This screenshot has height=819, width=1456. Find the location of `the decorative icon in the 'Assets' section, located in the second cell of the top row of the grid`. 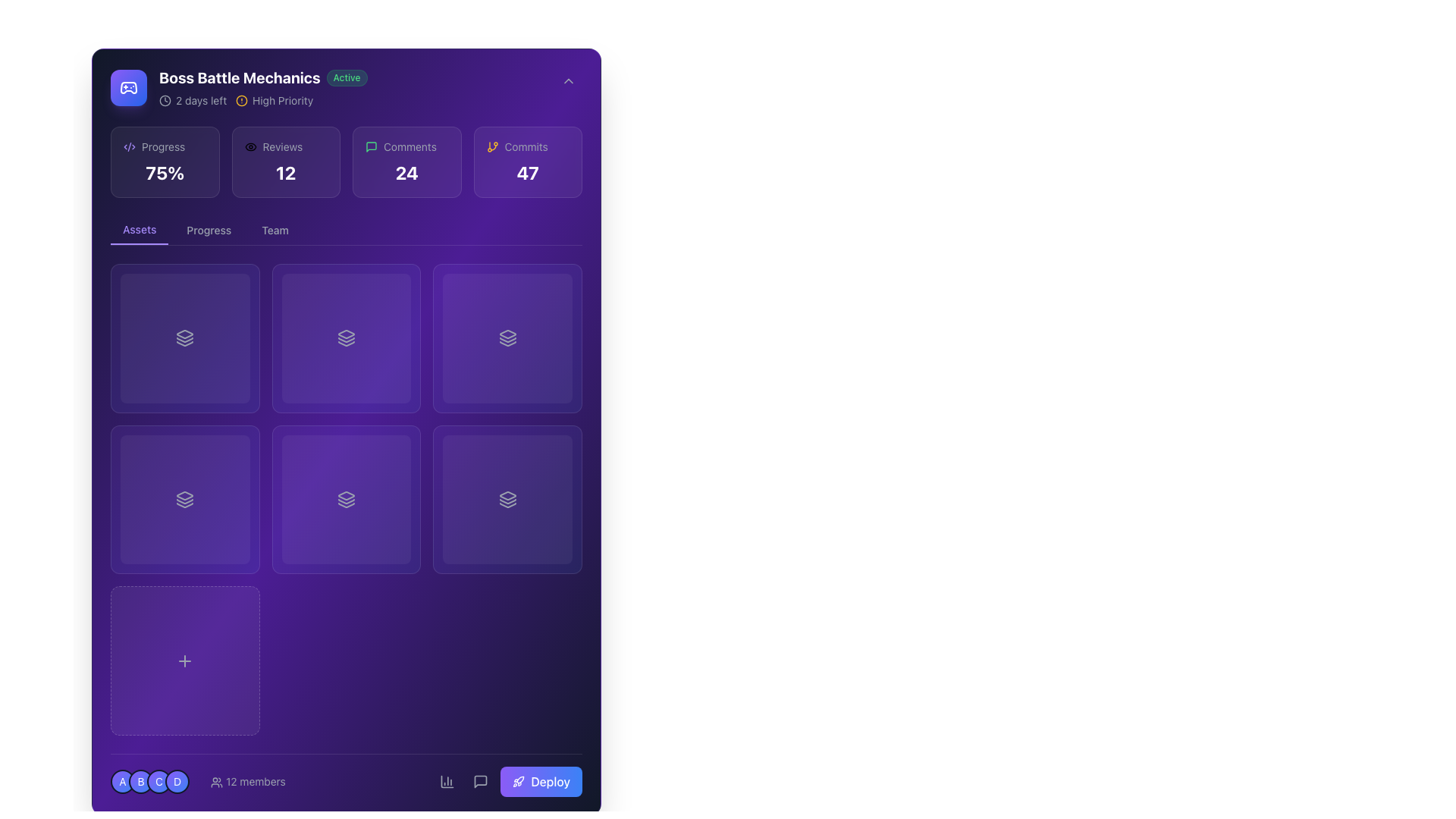

the decorative icon in the 'Assets' section, located in the second cell of the top row of the grid is located at coordinates (345, 337).